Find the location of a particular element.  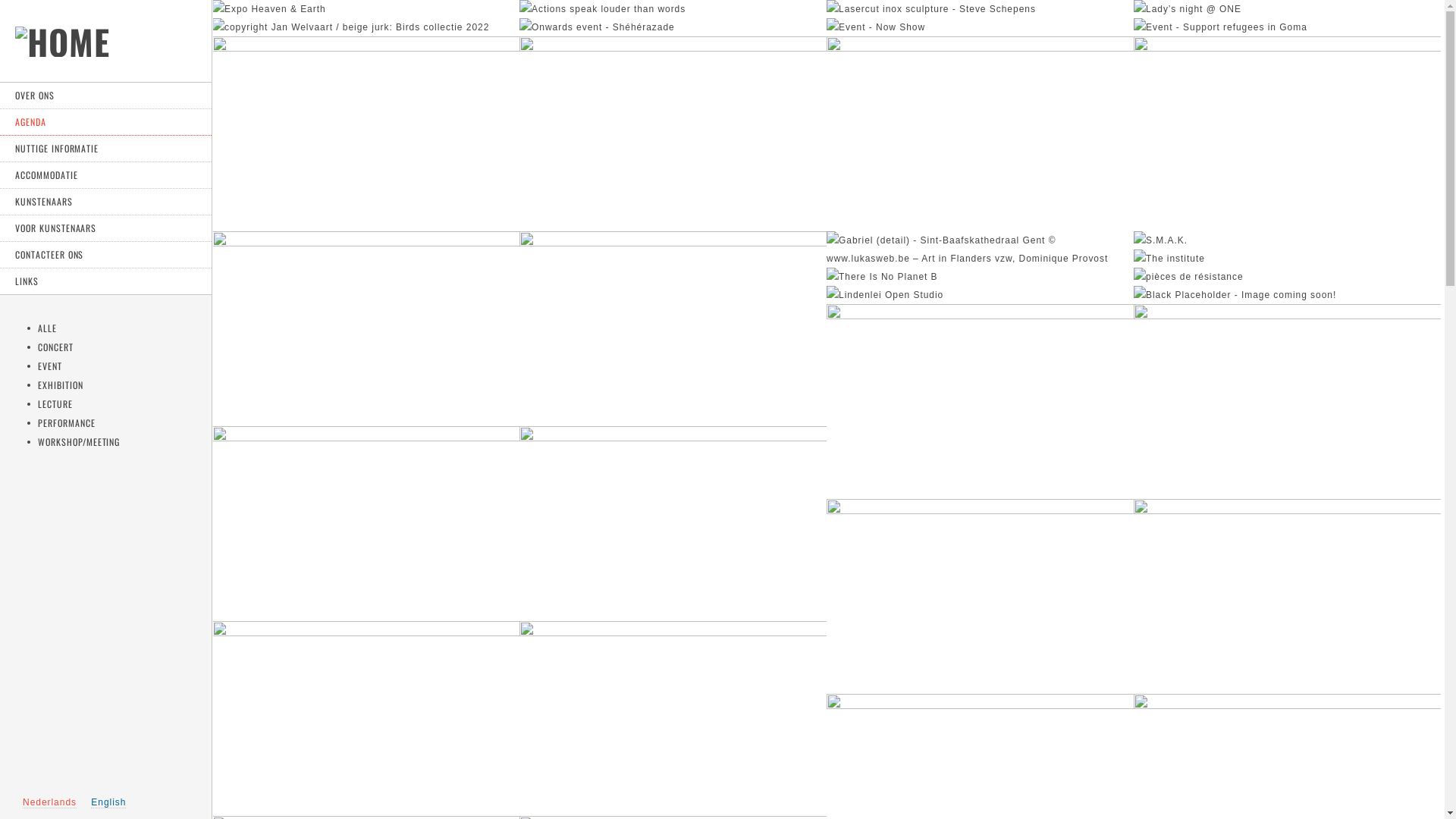

'OVER ONS' is located at coordinates (105, 96).